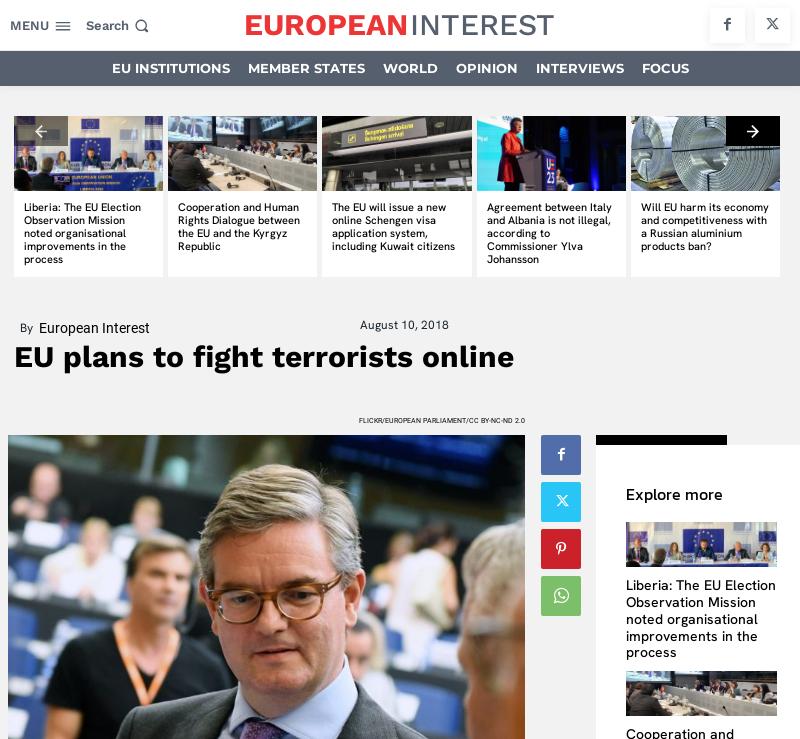 Image resolution: width=800 pixels, height=739 pixels. Describe the element at coordinates (404, 520) in the screenshot. I see `'Privacy Policy'` at that location.